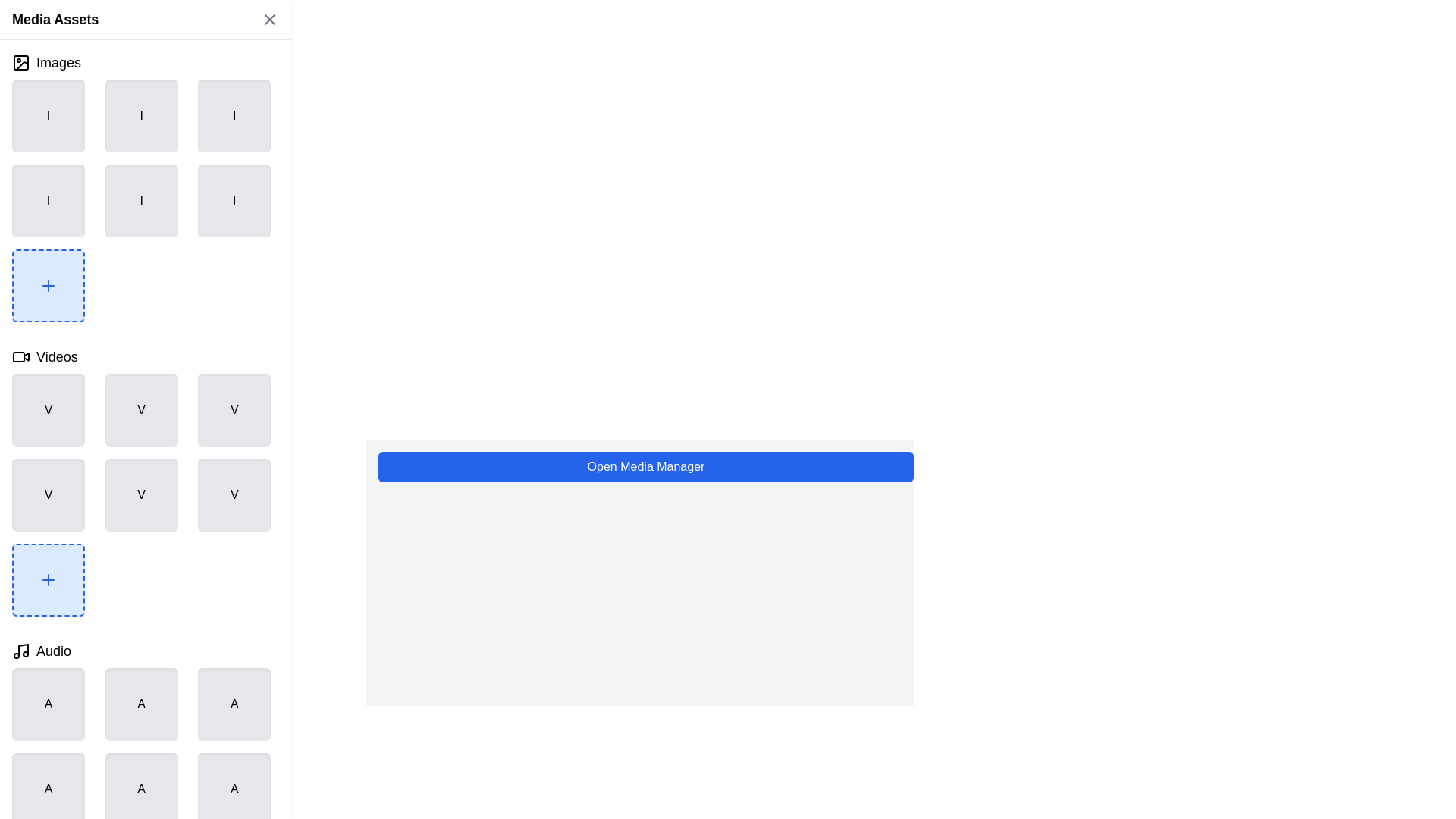  I want to click on the second item in the topmost row of the media selection grid under the 'Audio' category, so click(141, 704).